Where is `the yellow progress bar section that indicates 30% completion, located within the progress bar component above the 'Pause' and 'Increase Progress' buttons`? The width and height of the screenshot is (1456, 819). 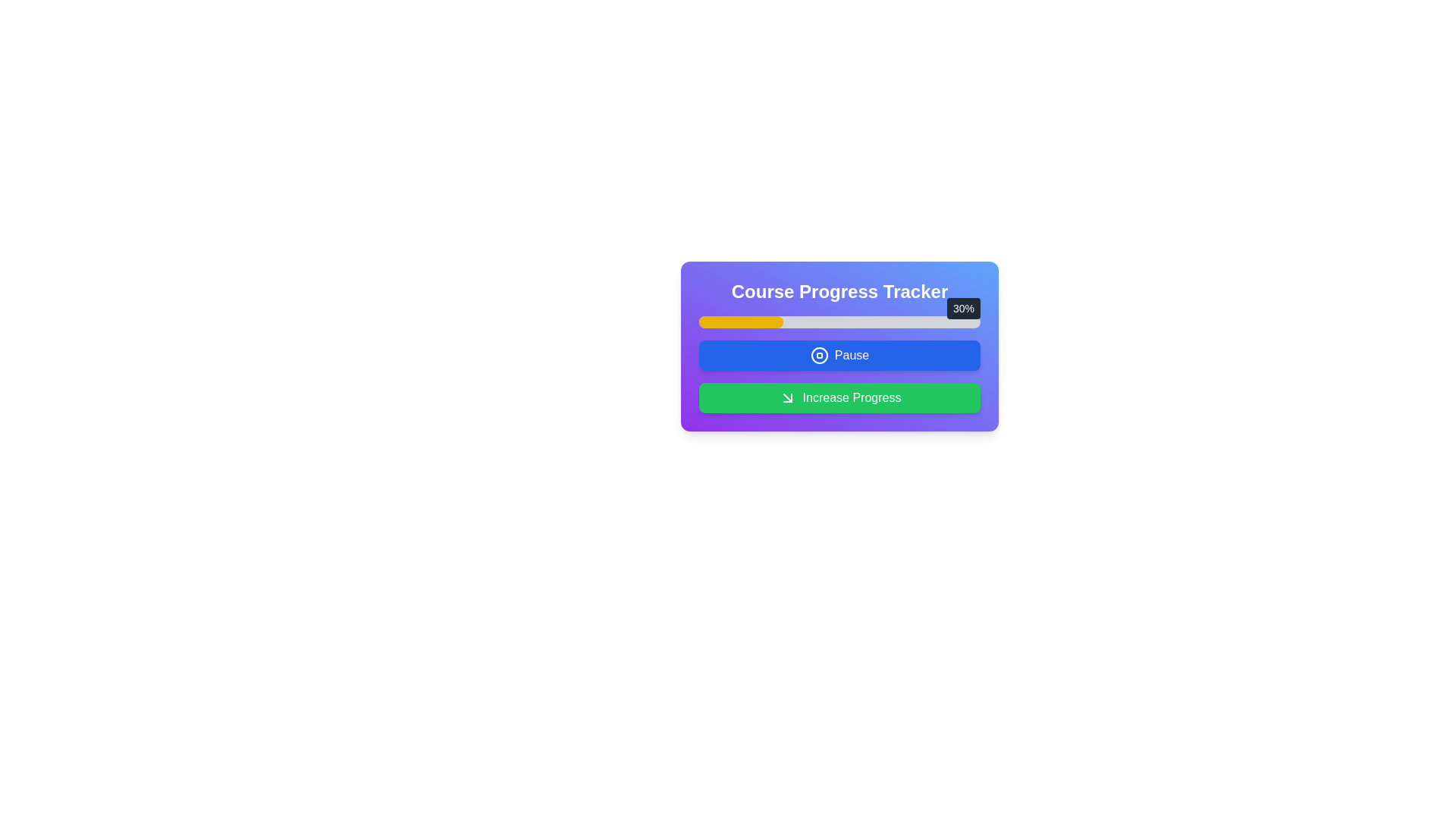 the yellow progress bar section that indicates 30% completion, located within the progress bar component above the 'Pause' and 'Increase Progress' buttons is located at coordinates (741, 321).